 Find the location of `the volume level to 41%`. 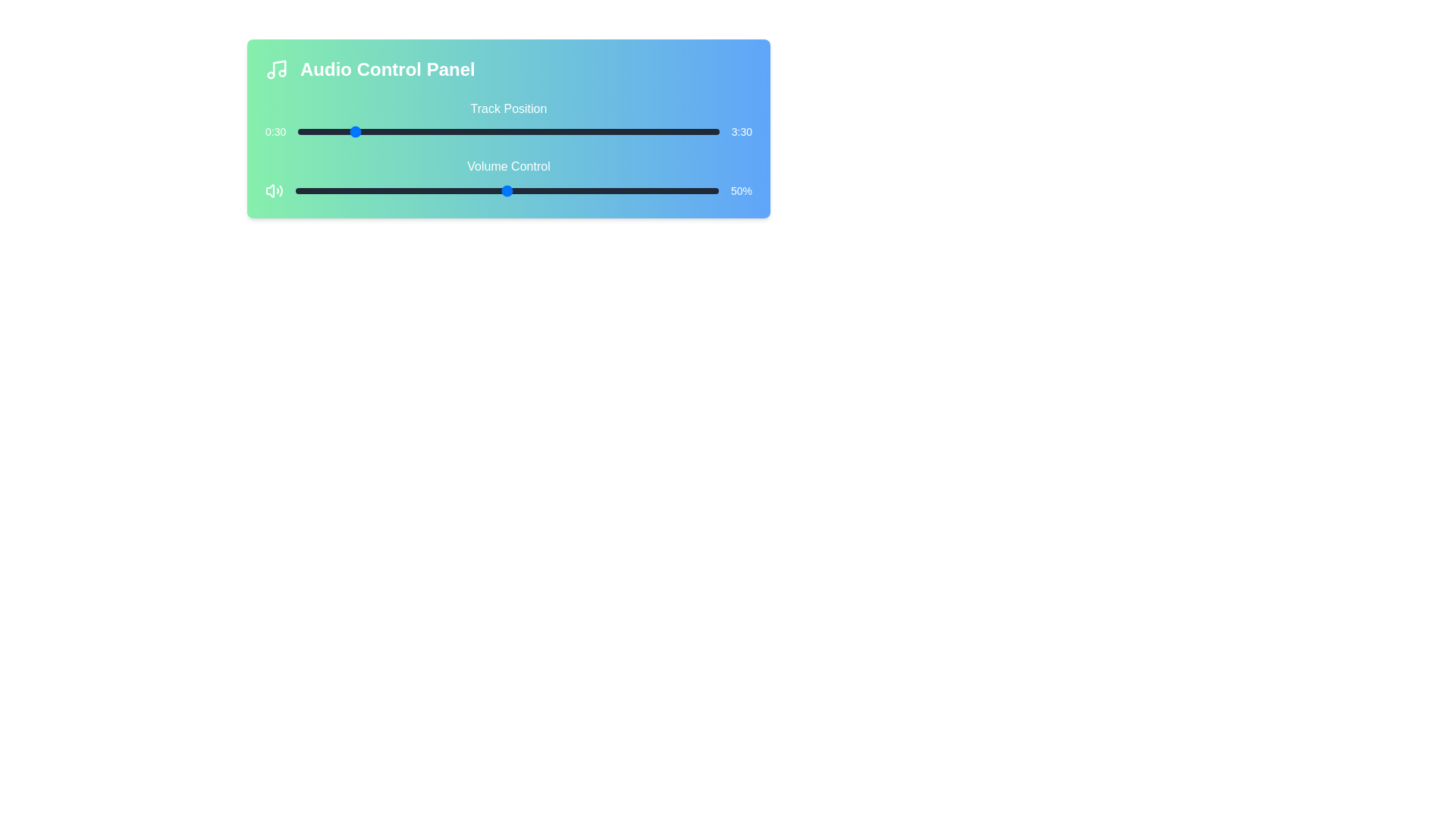

the volume level to 41% is located at coordinates (468, 190).